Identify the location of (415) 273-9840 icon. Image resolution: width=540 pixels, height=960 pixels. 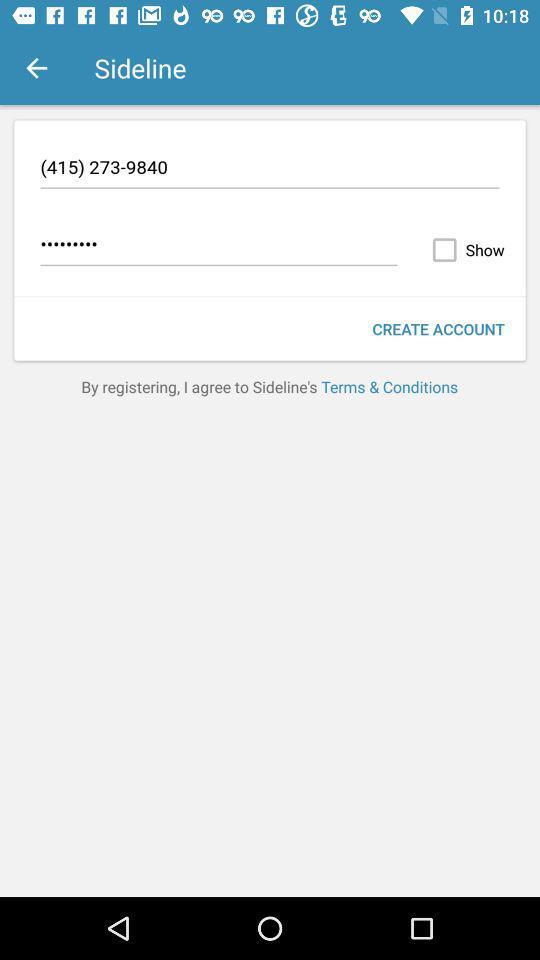
(270, 169).